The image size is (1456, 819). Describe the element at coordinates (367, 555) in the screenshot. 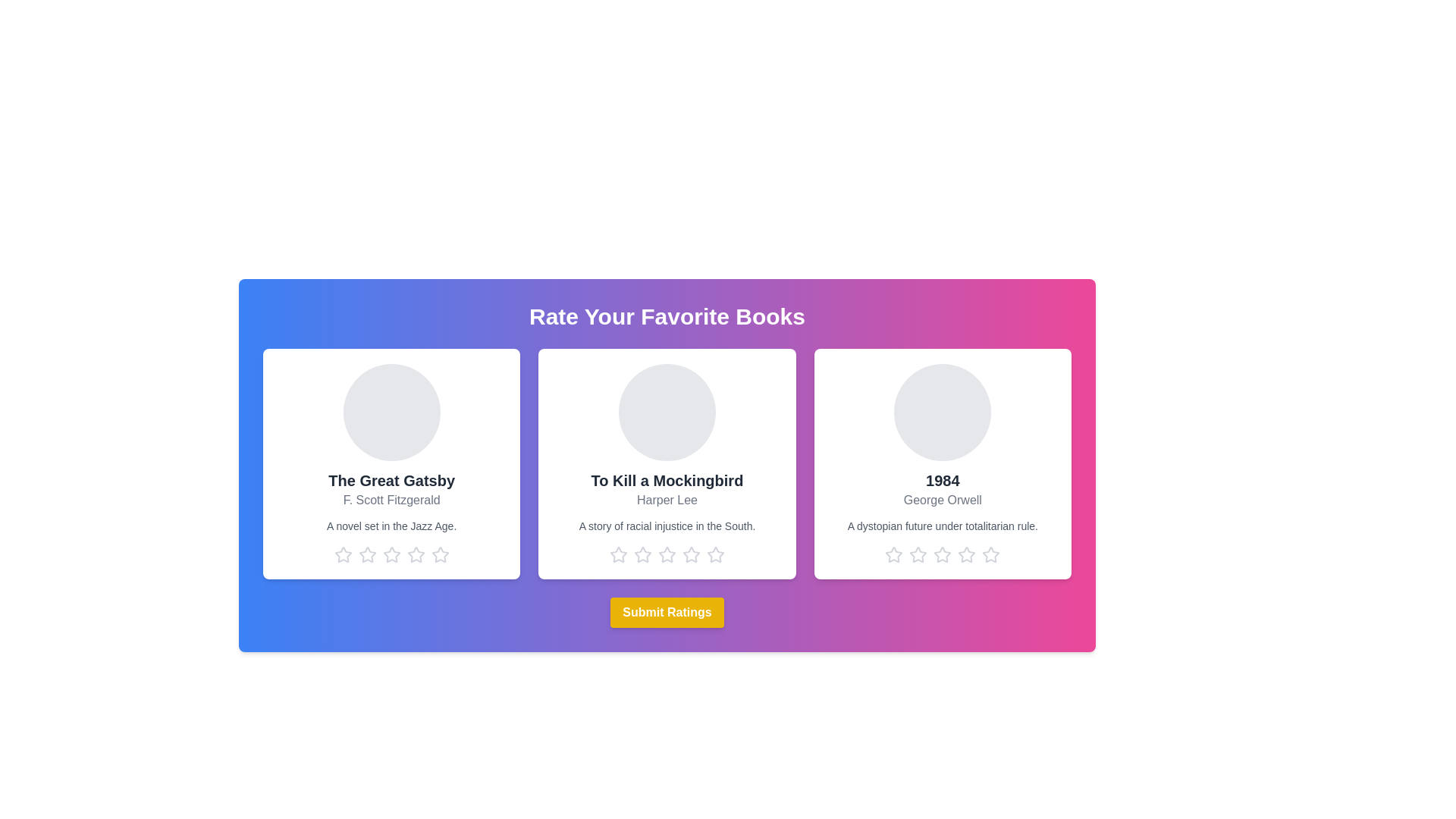

I see `the star corresponding to the rating 2 for the book titled The Great Gatsby` at that location.